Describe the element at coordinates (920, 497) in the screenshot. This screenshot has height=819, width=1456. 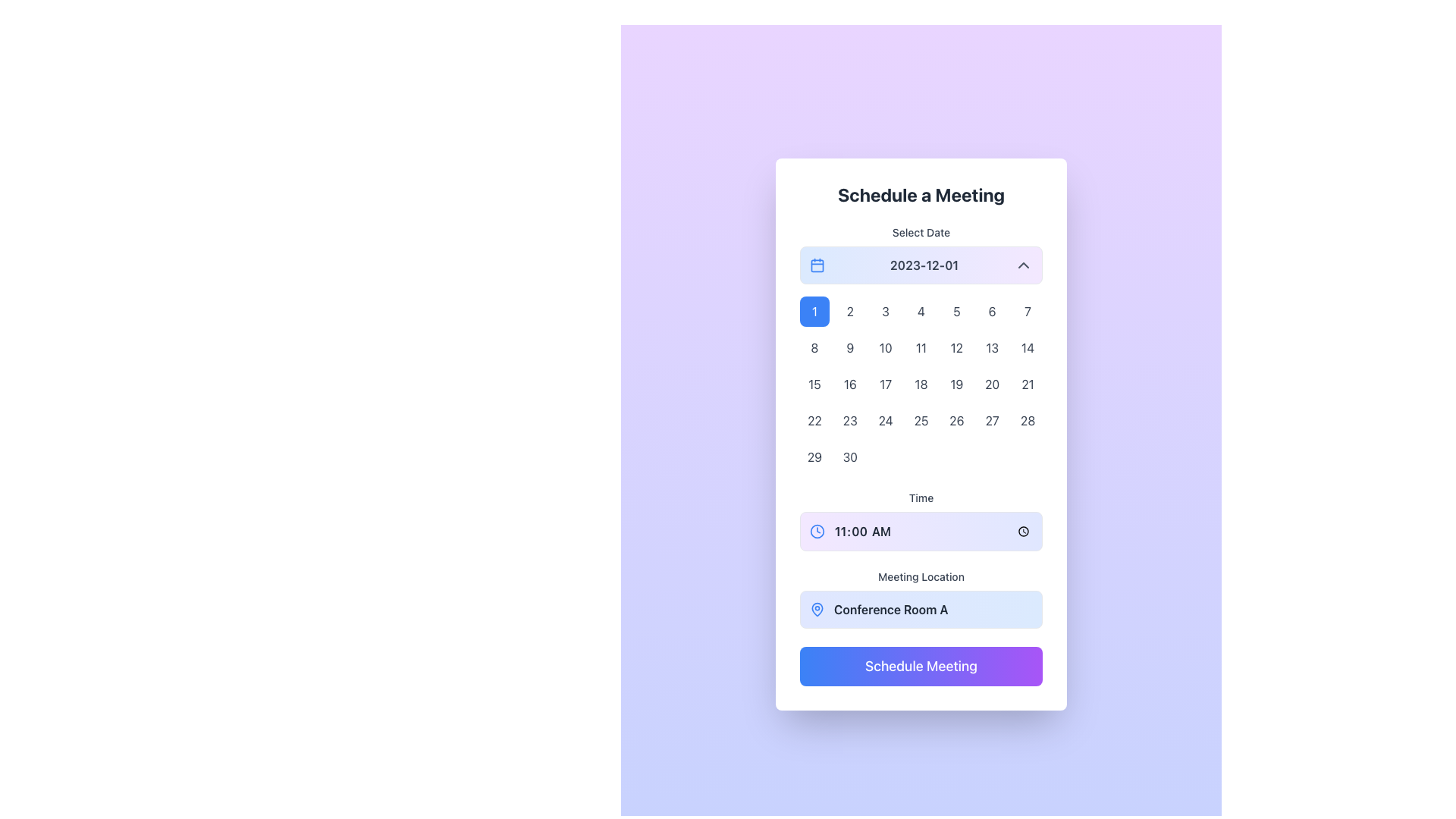
I see `the label that provides context for the time selection input field, positioned centrally above the time selector field` at that location.